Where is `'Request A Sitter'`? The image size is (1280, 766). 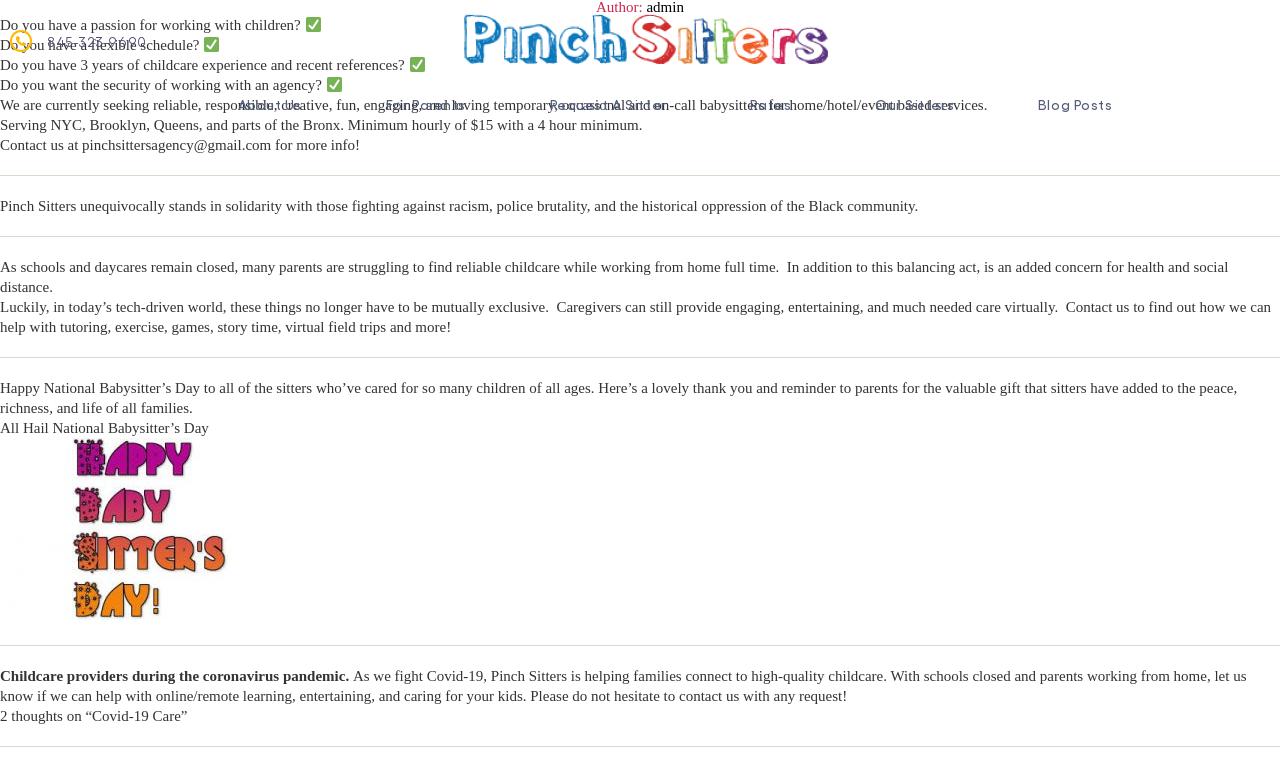
'Request A Sitter' is located at coordinates (606, 103).